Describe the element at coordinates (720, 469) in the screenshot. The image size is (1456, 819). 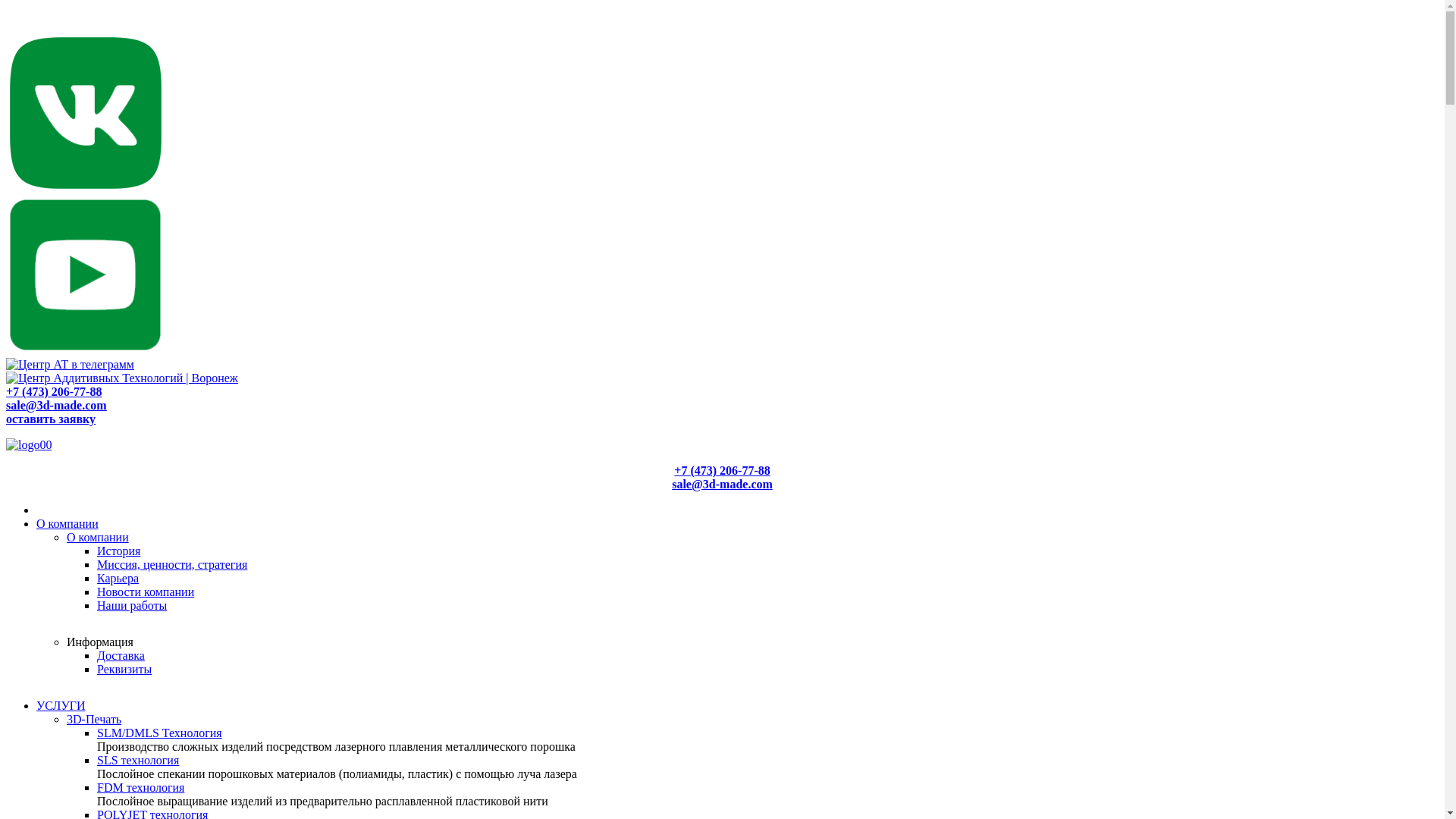
I see `'+7 (473) 206-77-88'` at that location.